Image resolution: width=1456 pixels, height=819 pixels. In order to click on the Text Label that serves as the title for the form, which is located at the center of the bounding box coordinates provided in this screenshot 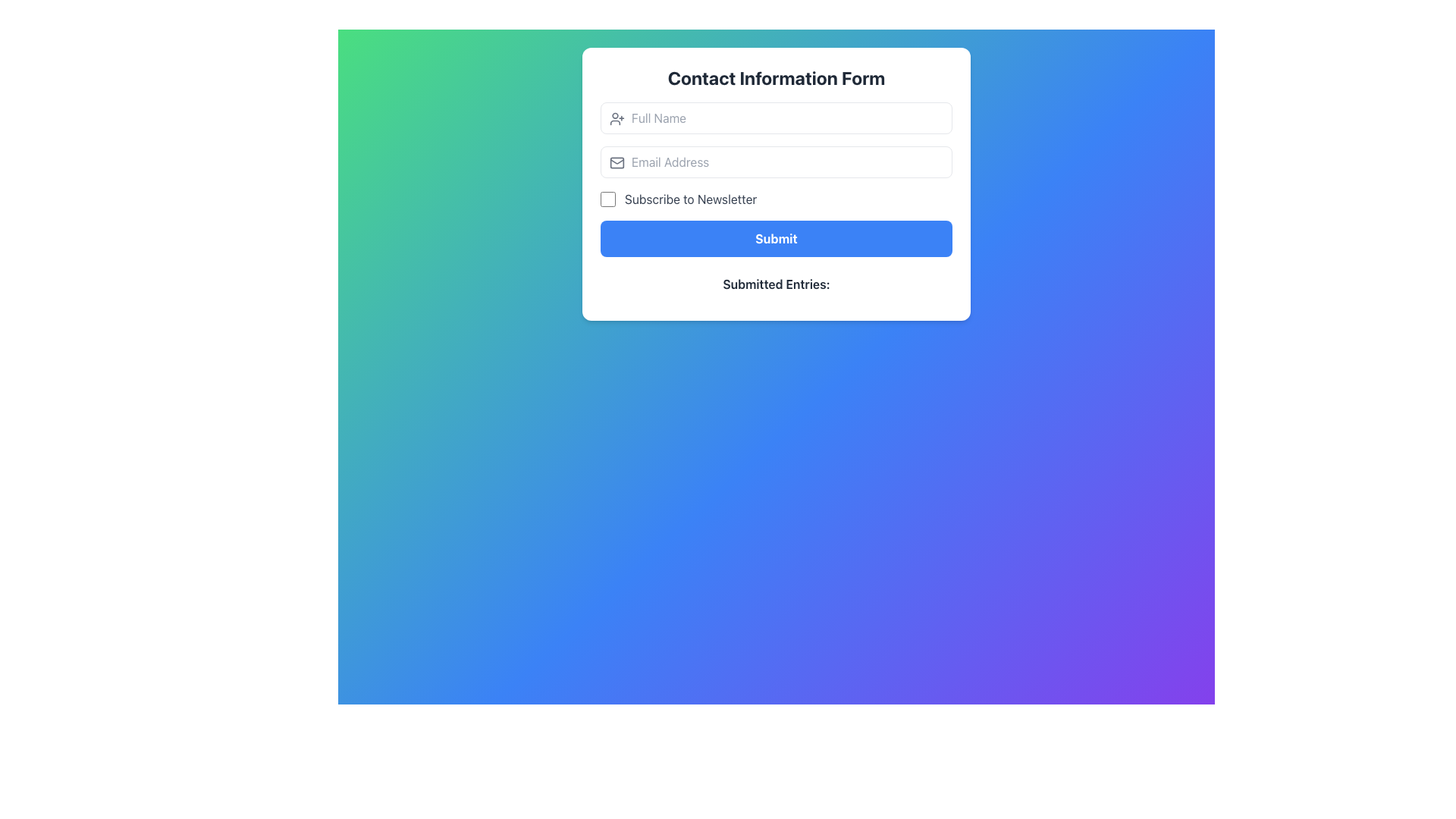, I will do `click(776, 78)`.